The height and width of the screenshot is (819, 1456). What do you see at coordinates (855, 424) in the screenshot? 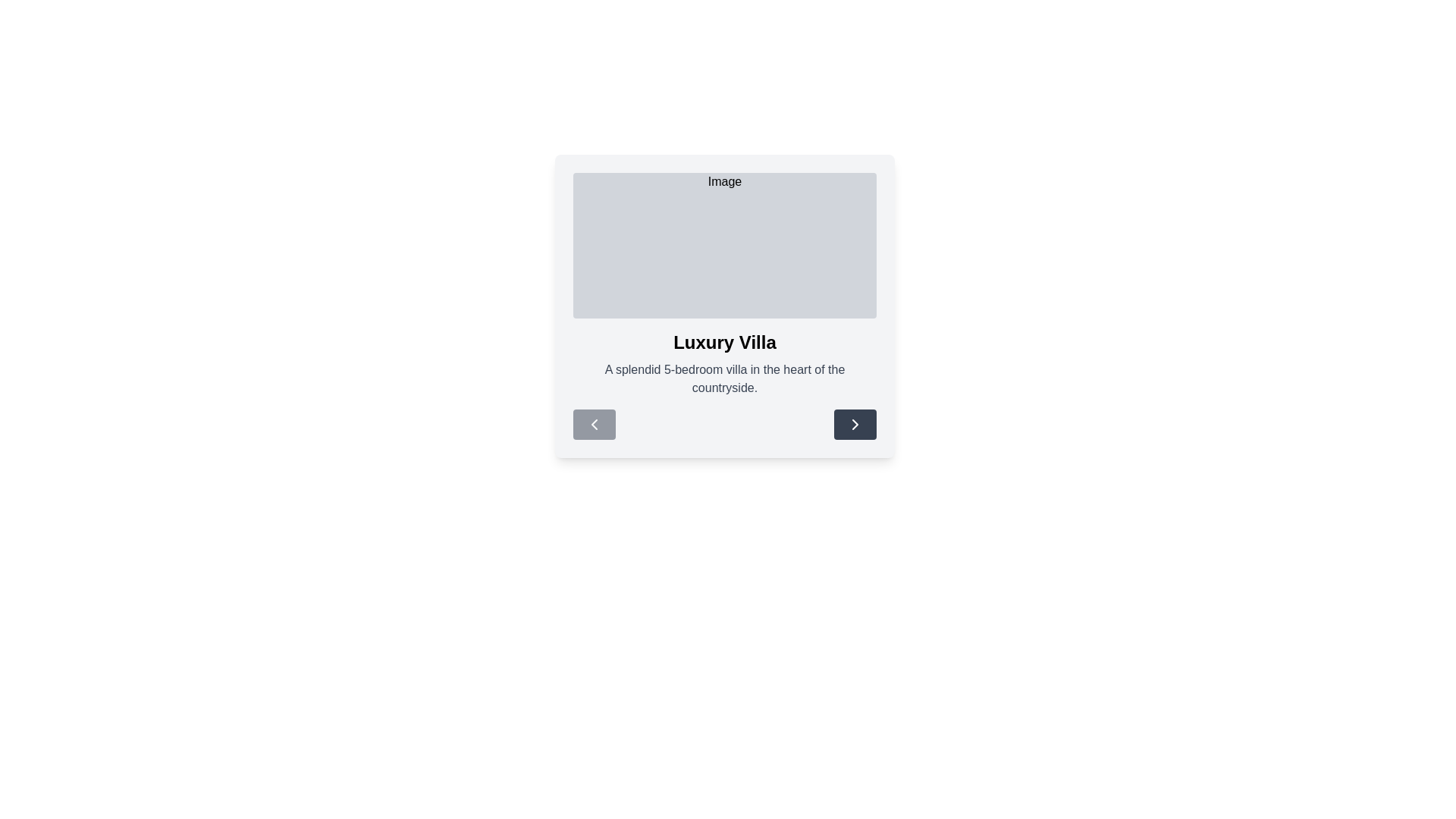
I see `the Chevron Arrow icon located at the bottom-right corner of the 'Luxury Villa' card` at bounding box center [855, 424].